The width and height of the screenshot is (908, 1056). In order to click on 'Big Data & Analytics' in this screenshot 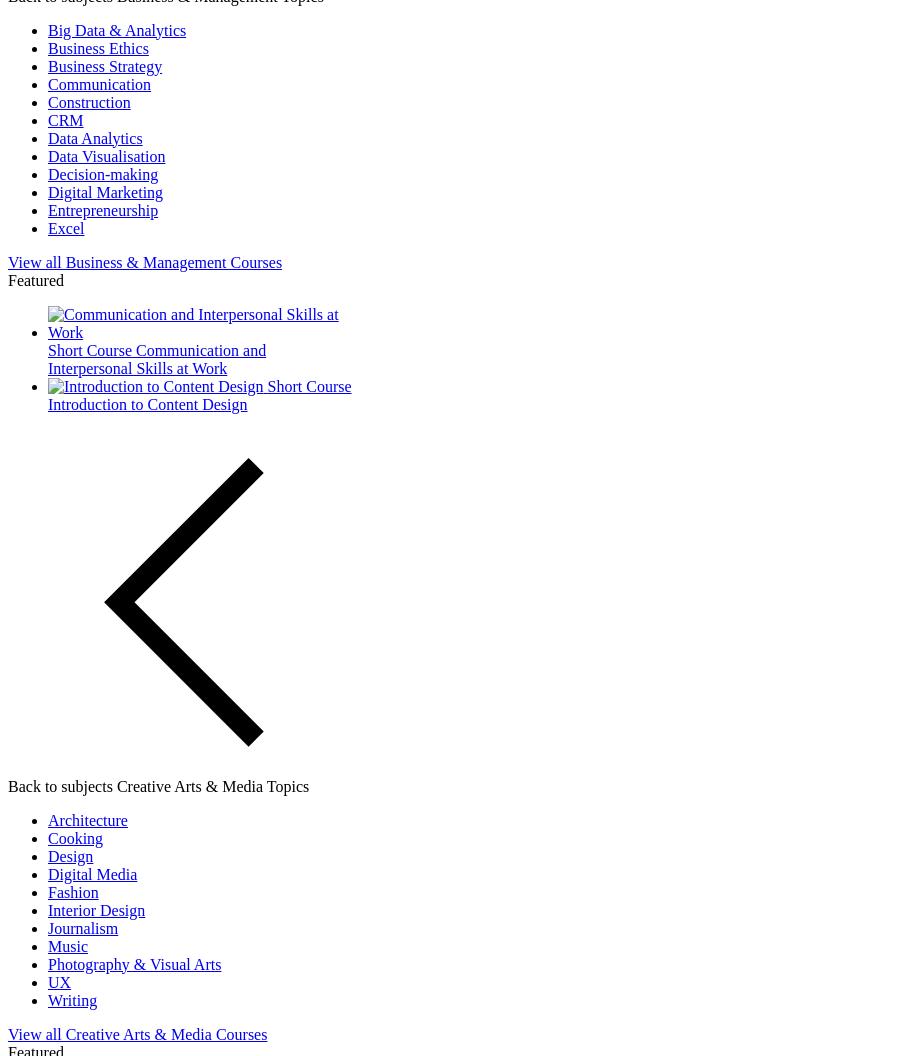, I will do `click(48, 29)`.